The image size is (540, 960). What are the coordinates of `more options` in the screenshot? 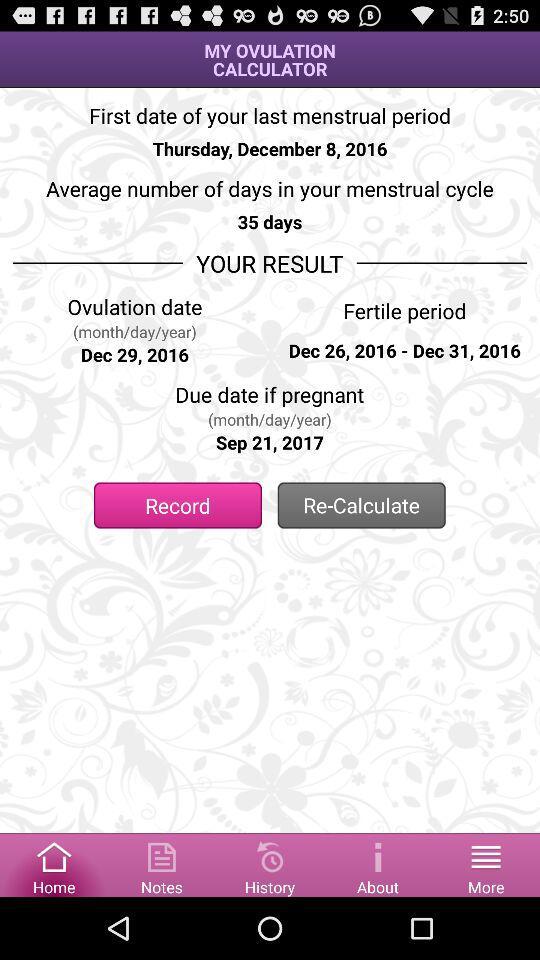 It's located at (485, 863).